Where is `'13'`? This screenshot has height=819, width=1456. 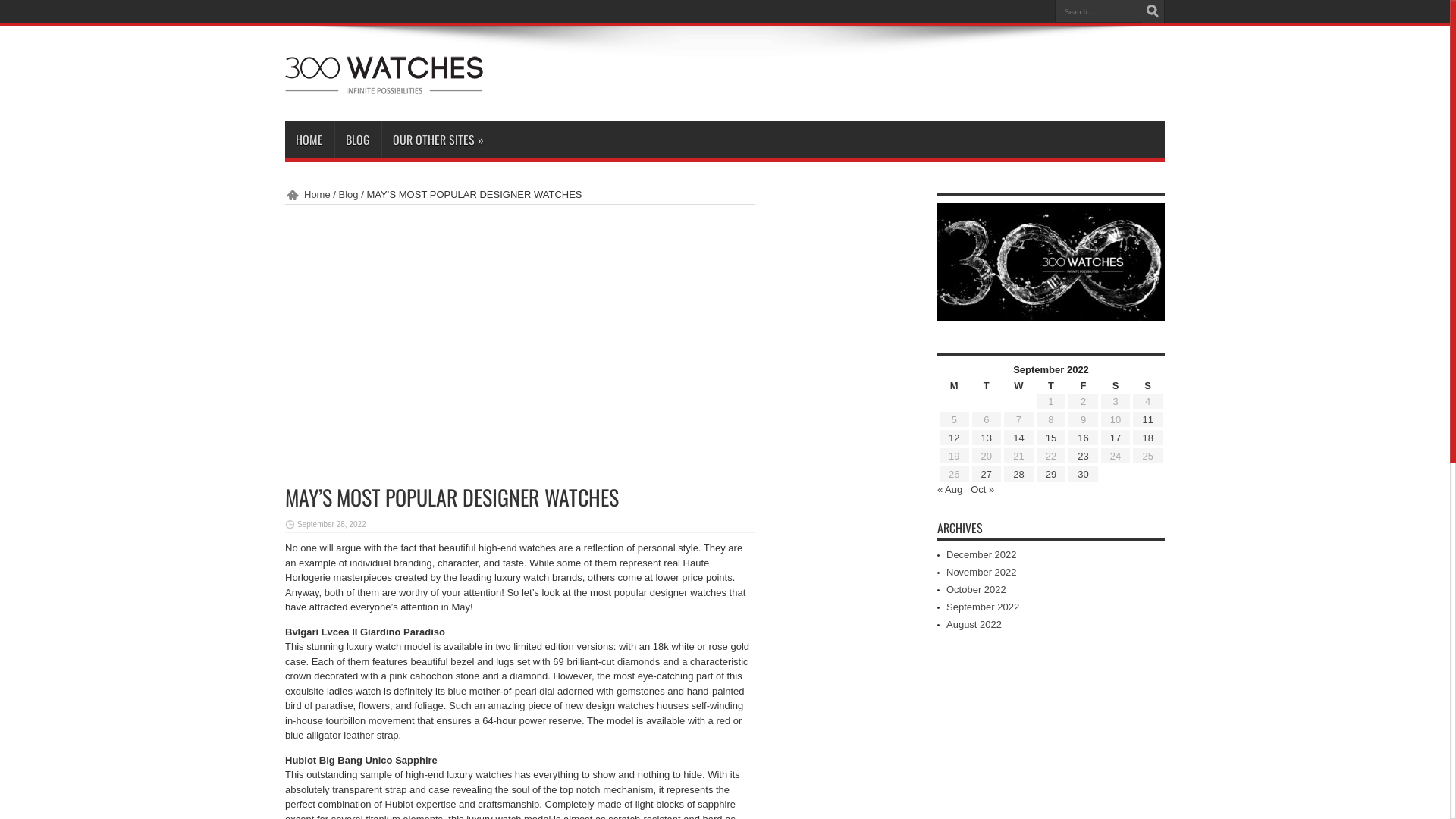 '13' is located at coordinates (986, 438).